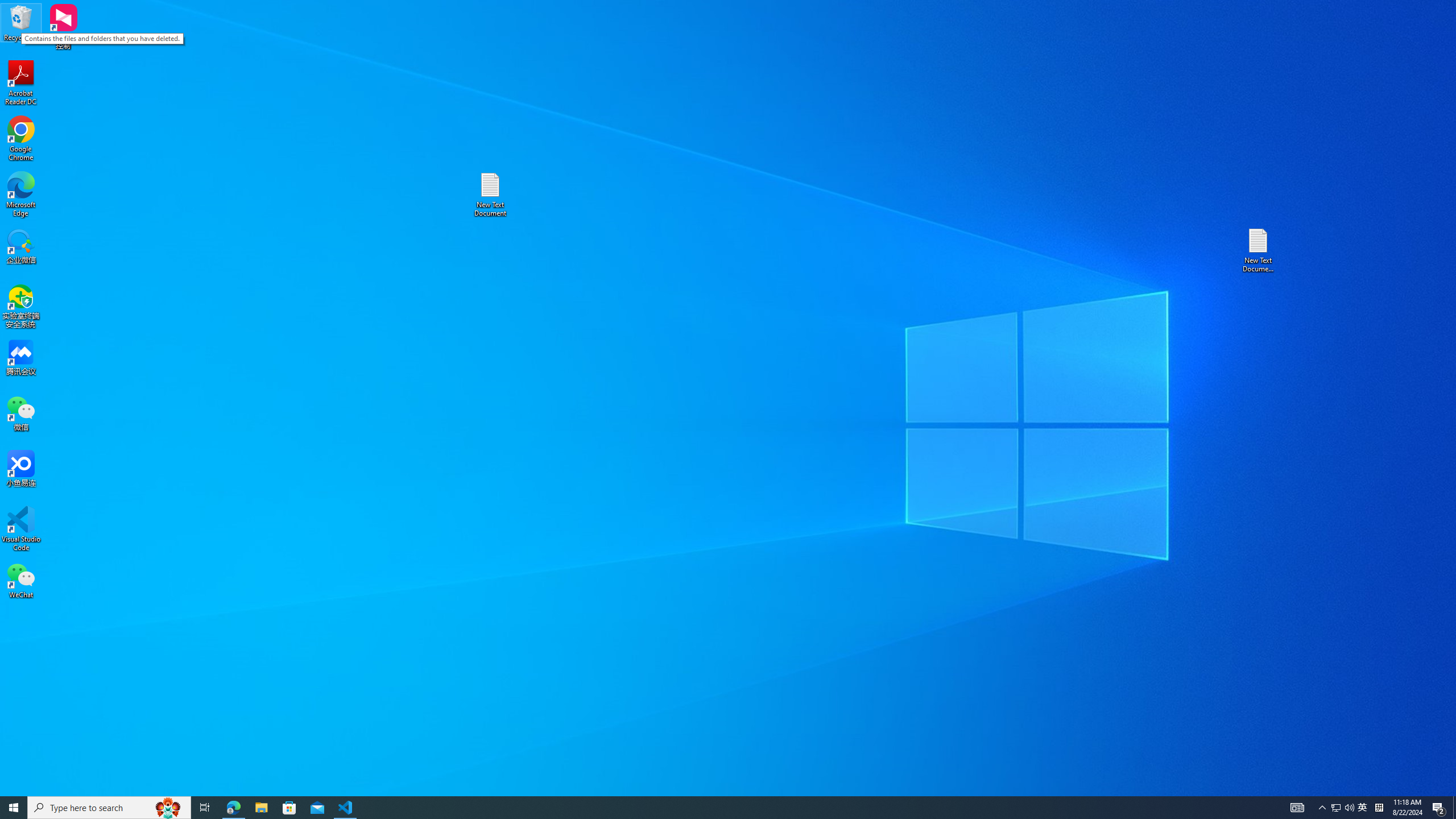 Image resolution: width=1456 pixels, height=819 pixels. I want to click on 'New Text Document (2)', so click(1259, 249).